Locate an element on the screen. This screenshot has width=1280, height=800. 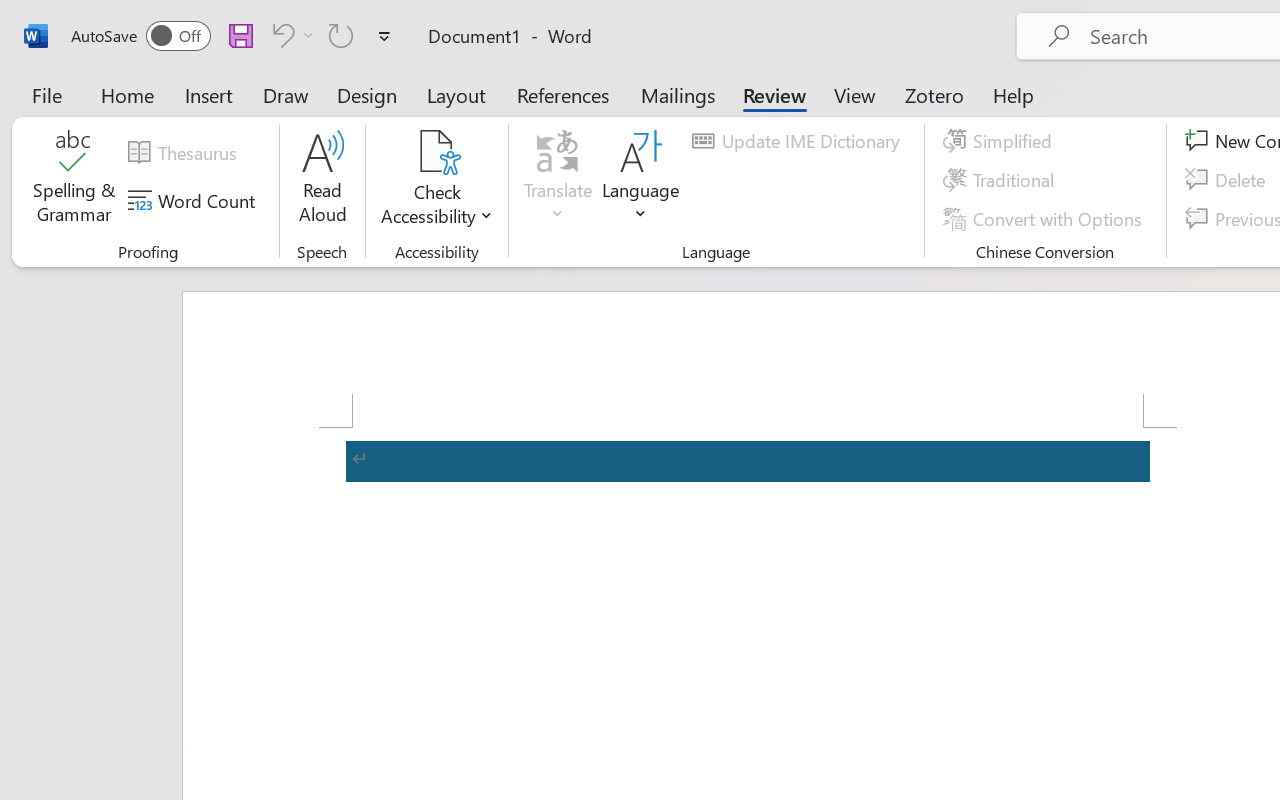
'Undo Apply Quick Style Set' is located at coordinates (289, 34).